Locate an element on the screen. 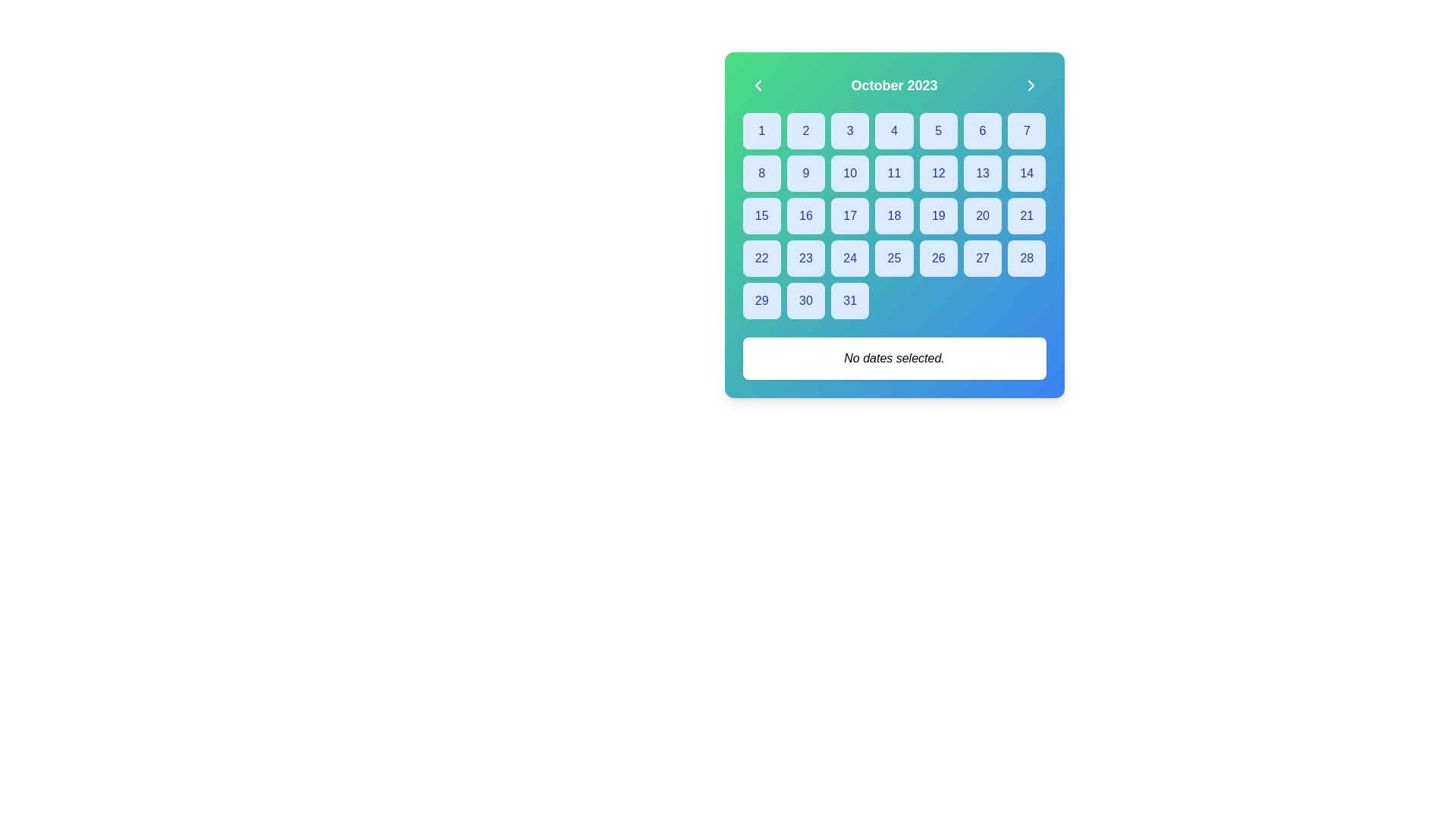 The image size is (1456, 819). the date selection button for the 26th in the calendar interface, located in the fourth row and fifth column of the grid is located at coordinates (937, 257).